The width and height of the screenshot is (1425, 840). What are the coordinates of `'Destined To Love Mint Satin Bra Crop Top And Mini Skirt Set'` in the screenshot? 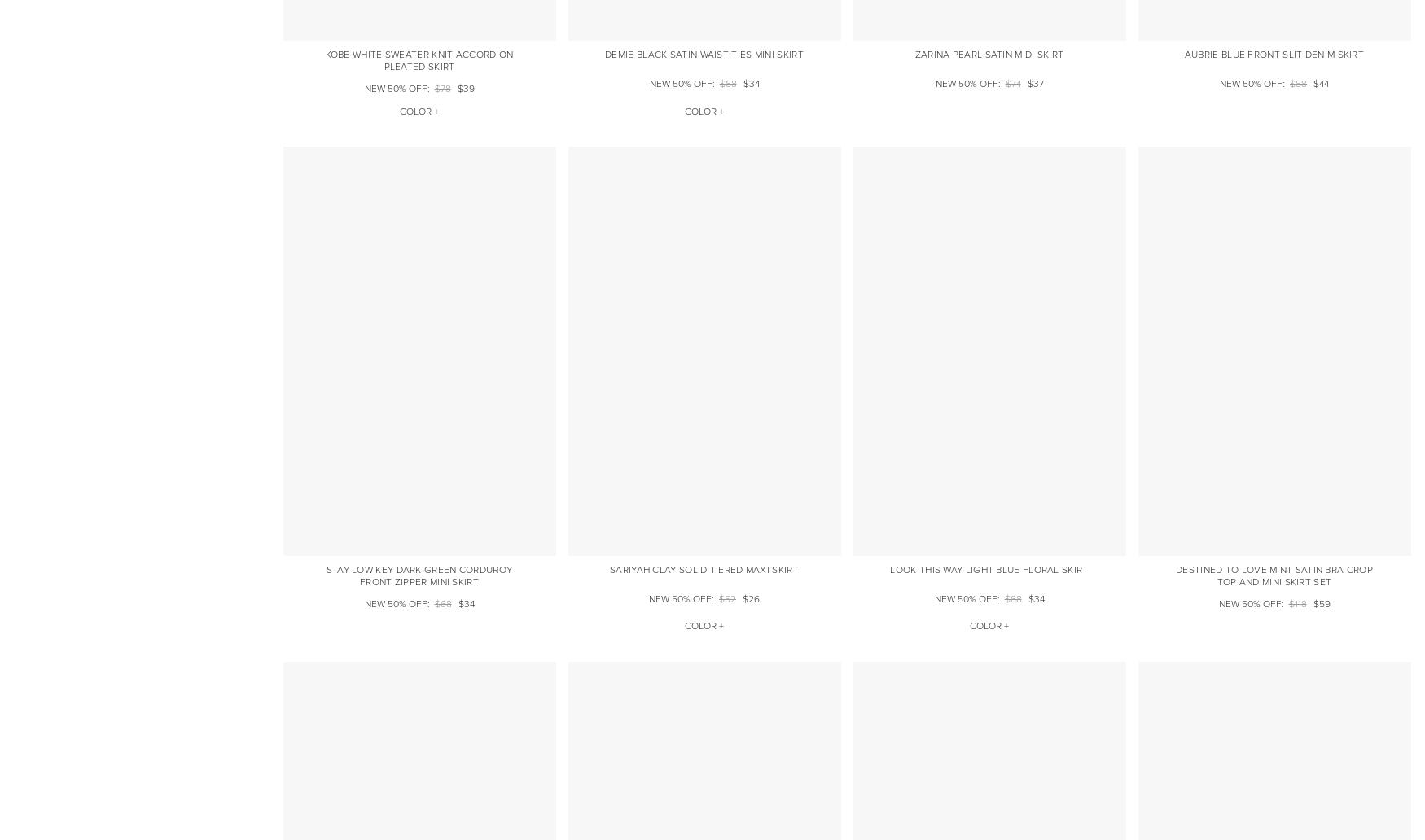 It's located at (1274, 575).